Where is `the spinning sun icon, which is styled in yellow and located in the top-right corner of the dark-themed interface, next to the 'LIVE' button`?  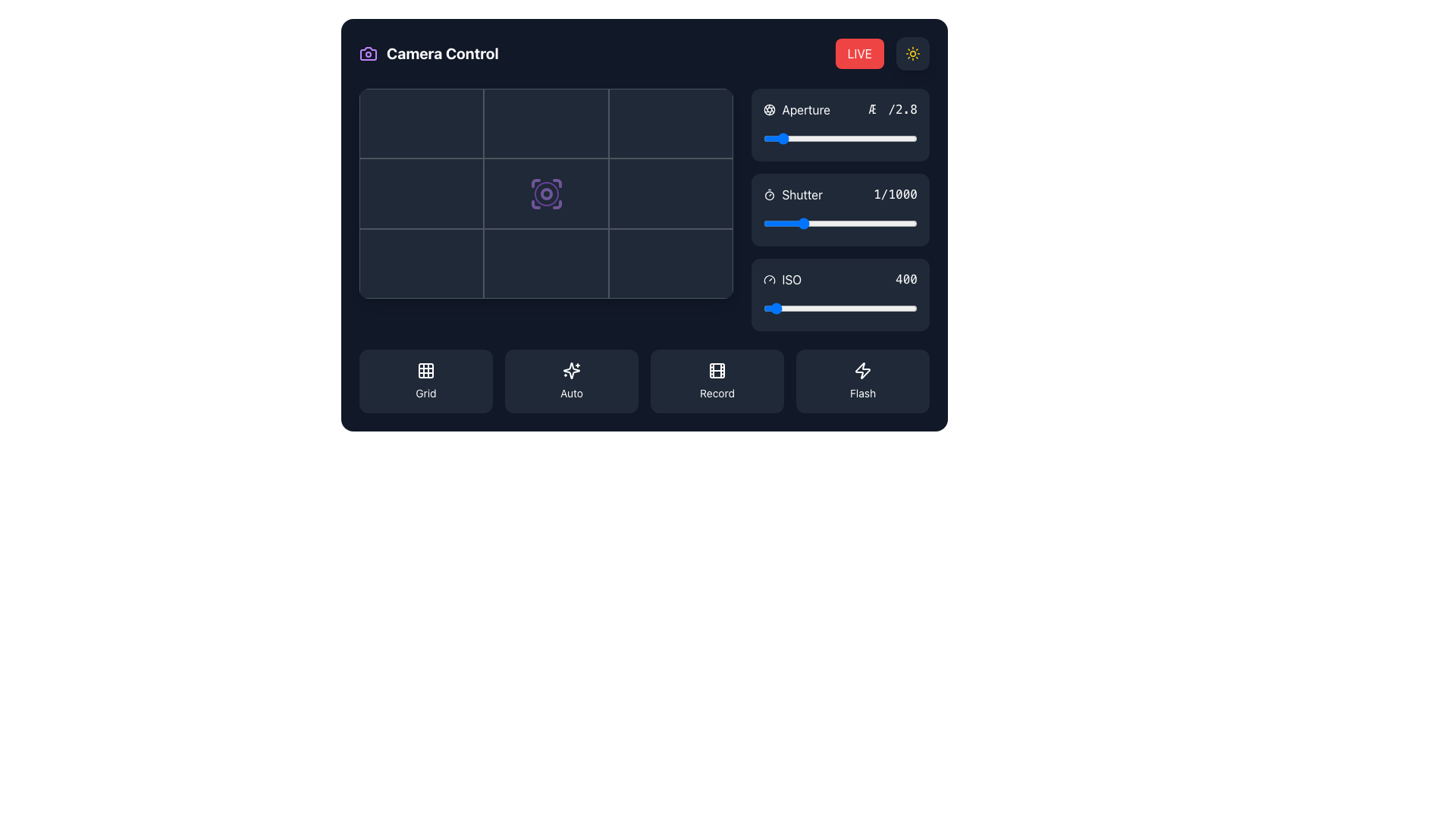
the spinning sun icon, which is styled in yellow and located in the top-right corner of the dark-themed interface, next to the 'LIVE' button is located at coordinates (912, 52).